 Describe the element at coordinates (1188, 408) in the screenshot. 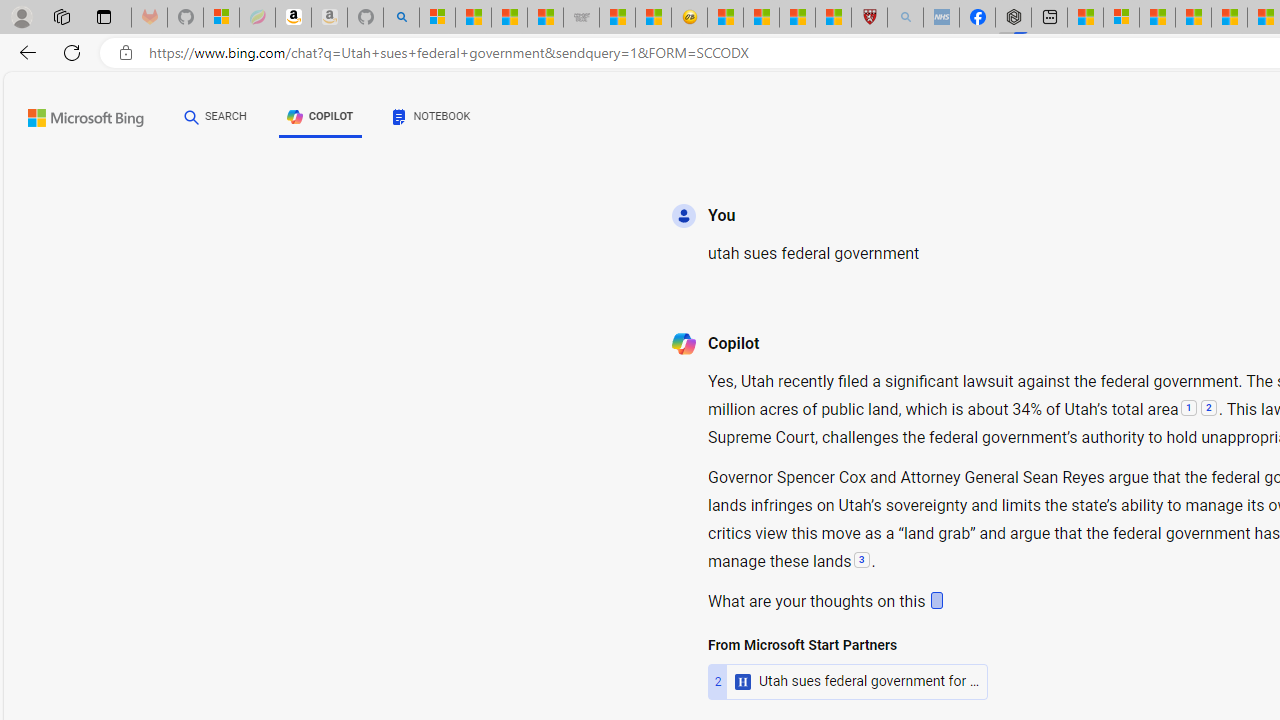

I see `'1: '` at that location.